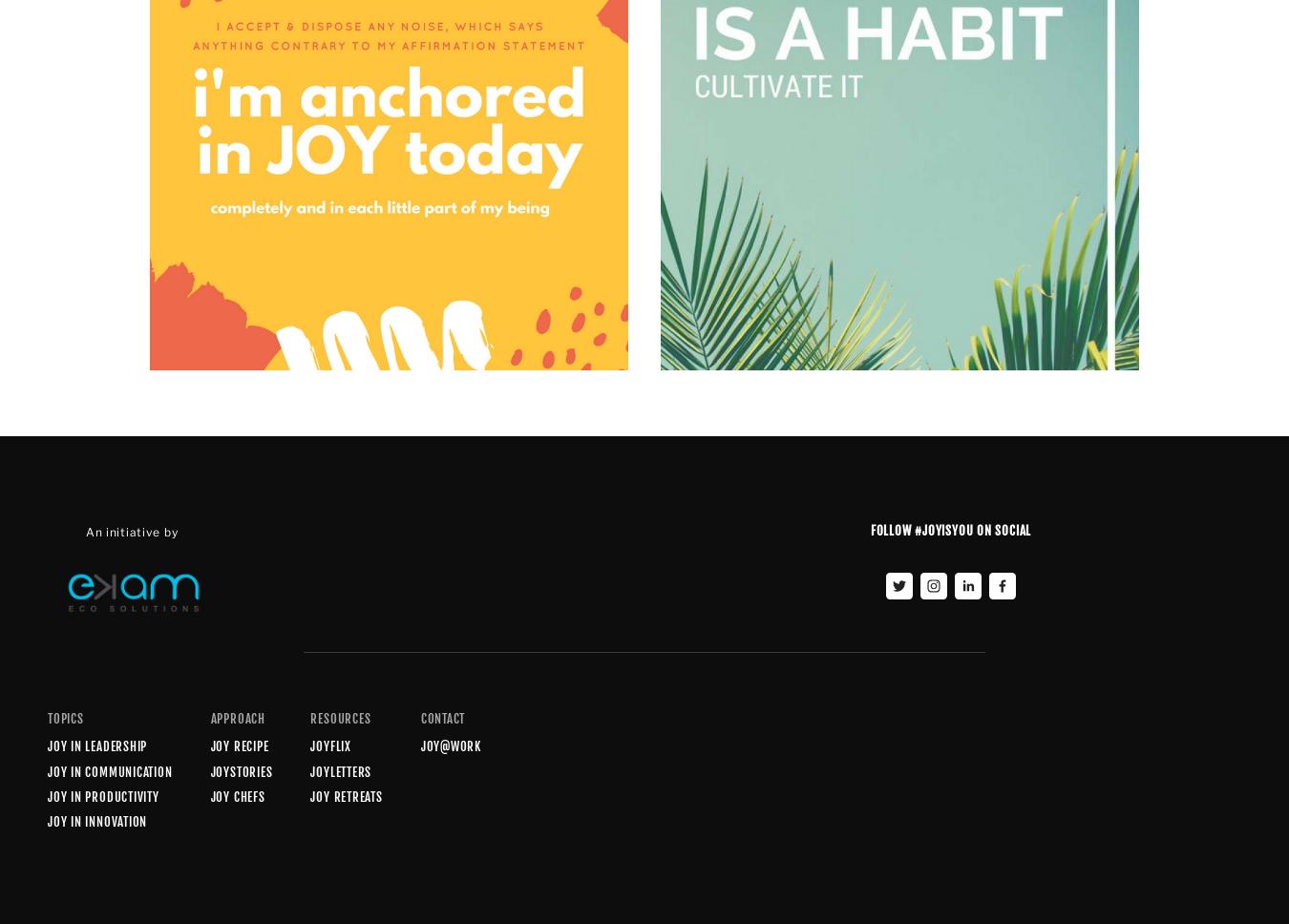 This screenshot has width=1289, height=924. Describe the element at coordinates (240, 770) in the screenshot. I see `'JoyStories'` at that location.